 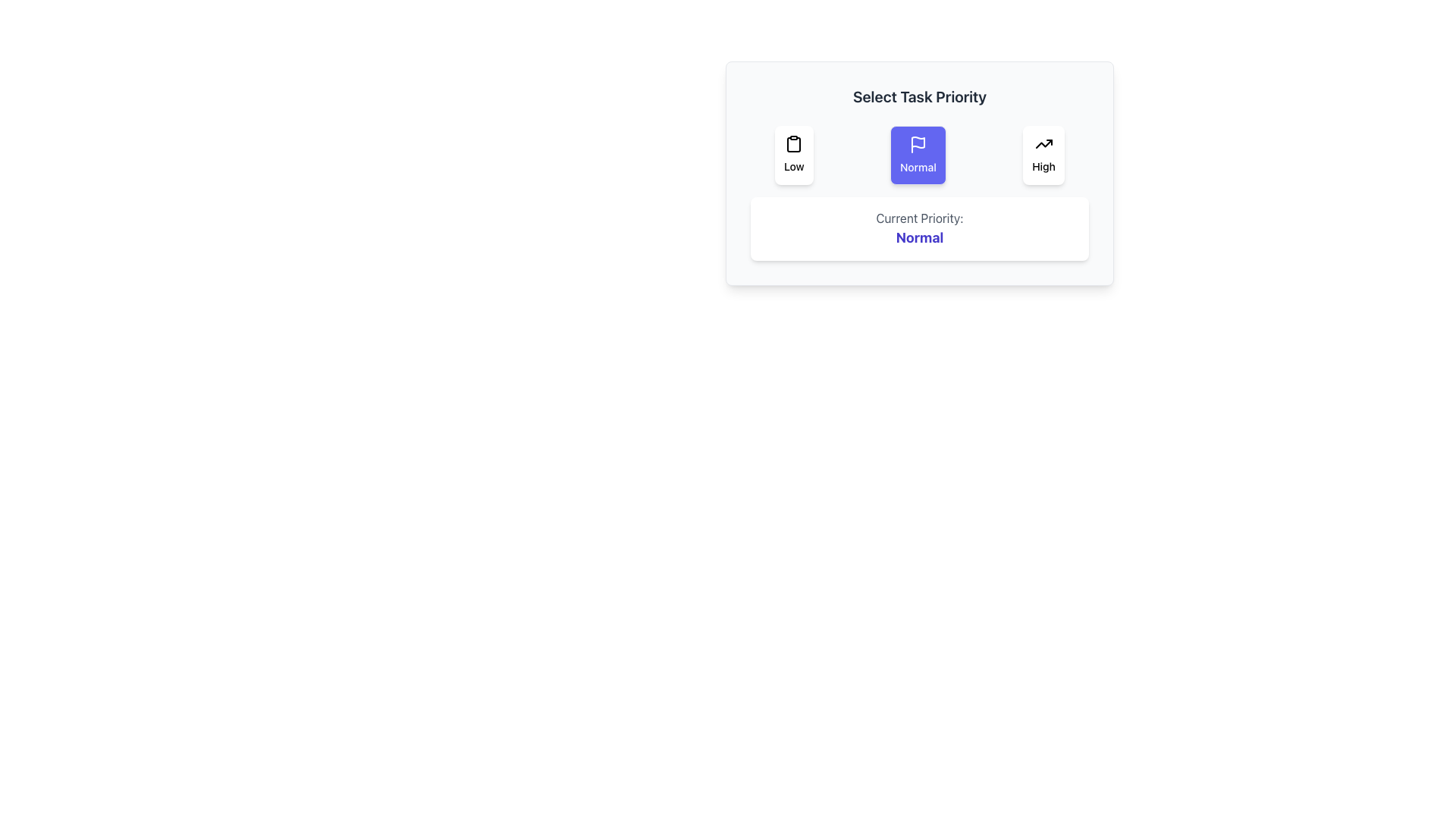 What do you see at coordinates (917, 155) in the screenshot?
I see `the 'Normal' priority level button in the task priority selection interface` at bounding box center [917, 155].